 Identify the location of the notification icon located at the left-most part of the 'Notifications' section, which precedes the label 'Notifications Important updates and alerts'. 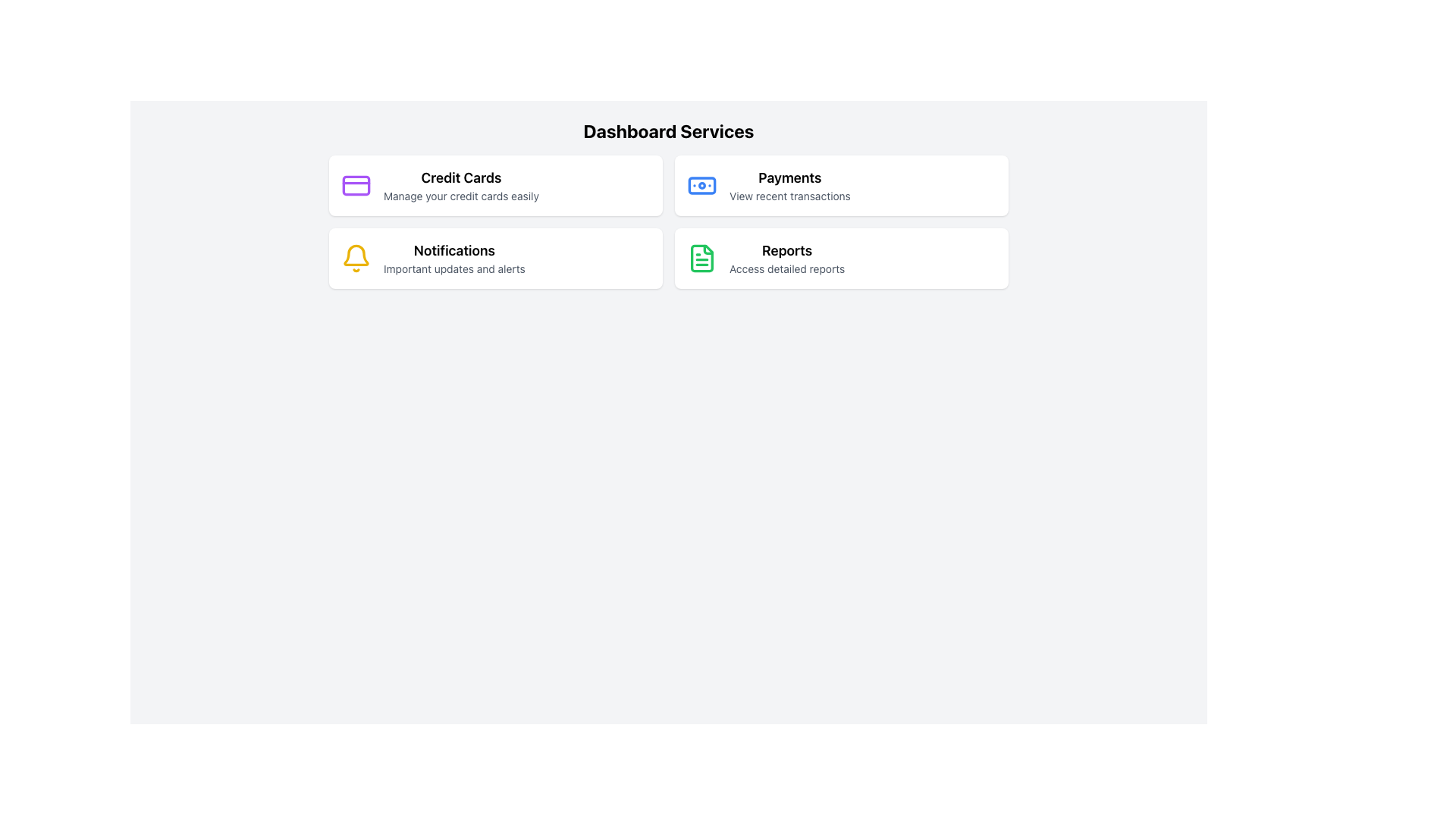
(356, 257).